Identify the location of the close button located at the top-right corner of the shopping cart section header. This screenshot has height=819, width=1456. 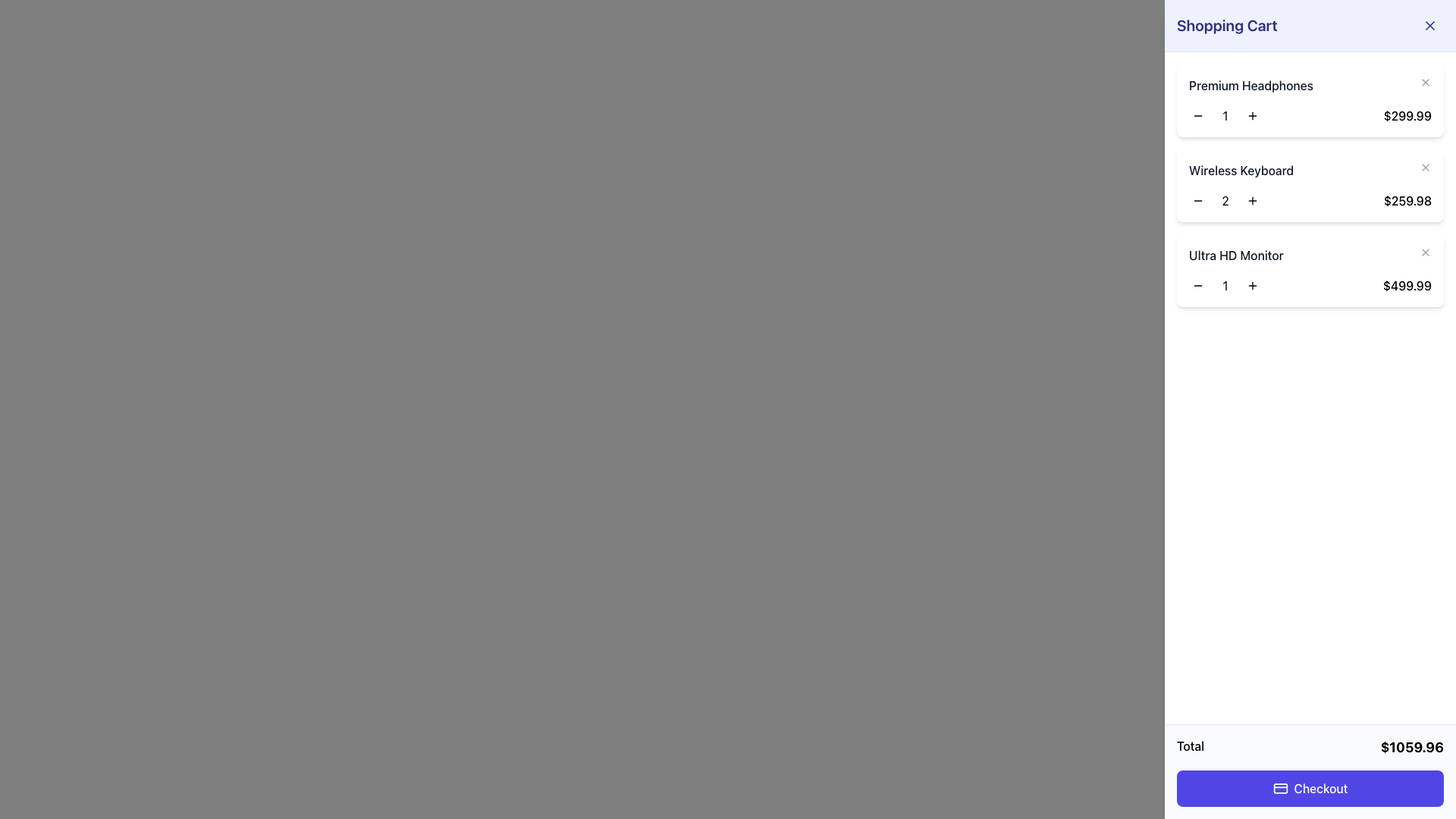
(1429, 26).